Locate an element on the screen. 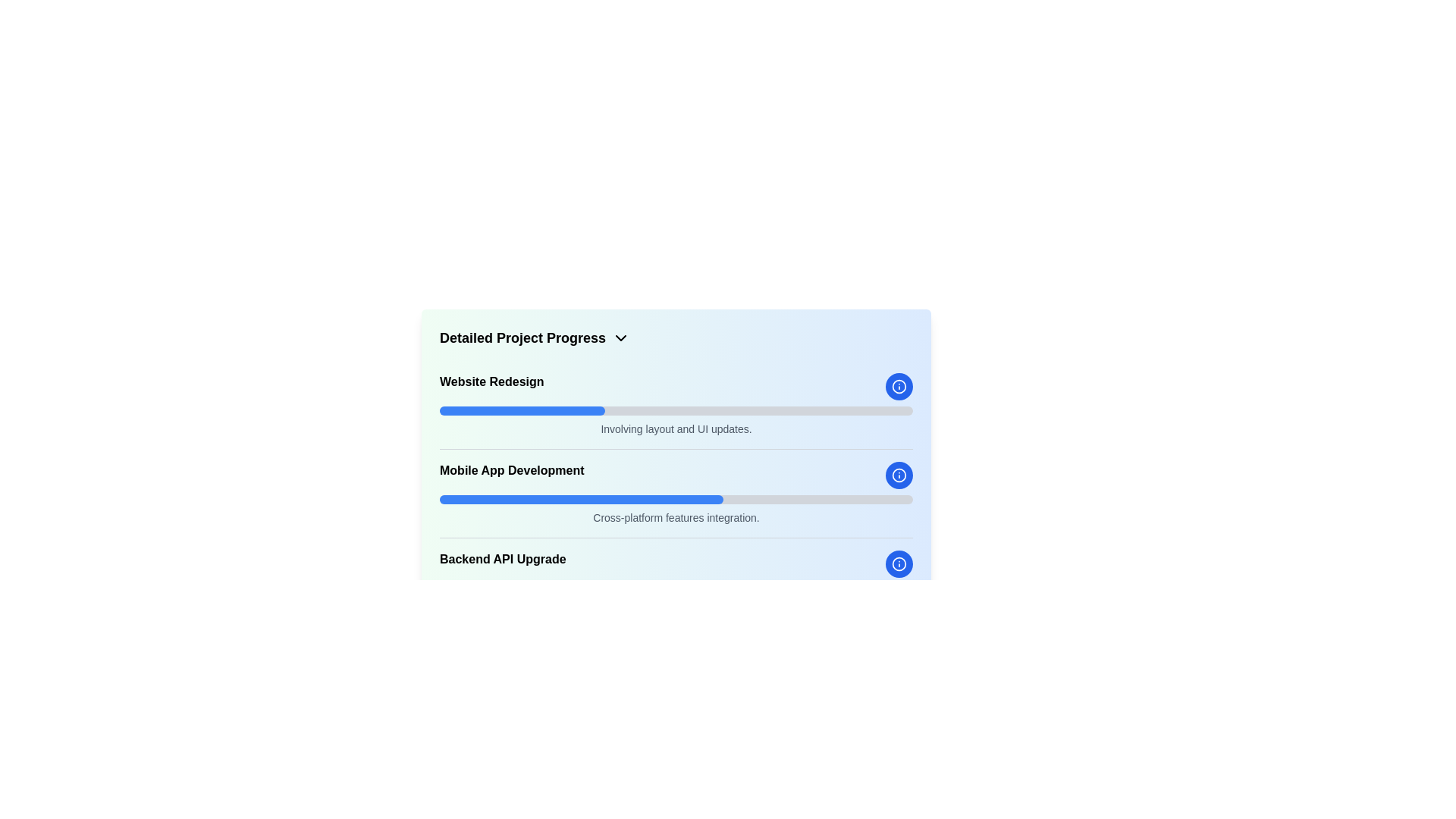  the static display of the circular blue icon with a stroke outline located at the rightmost side of the 'Backend API Upgrade' section in the last row of the list interface is located at coordinates (899, 564).